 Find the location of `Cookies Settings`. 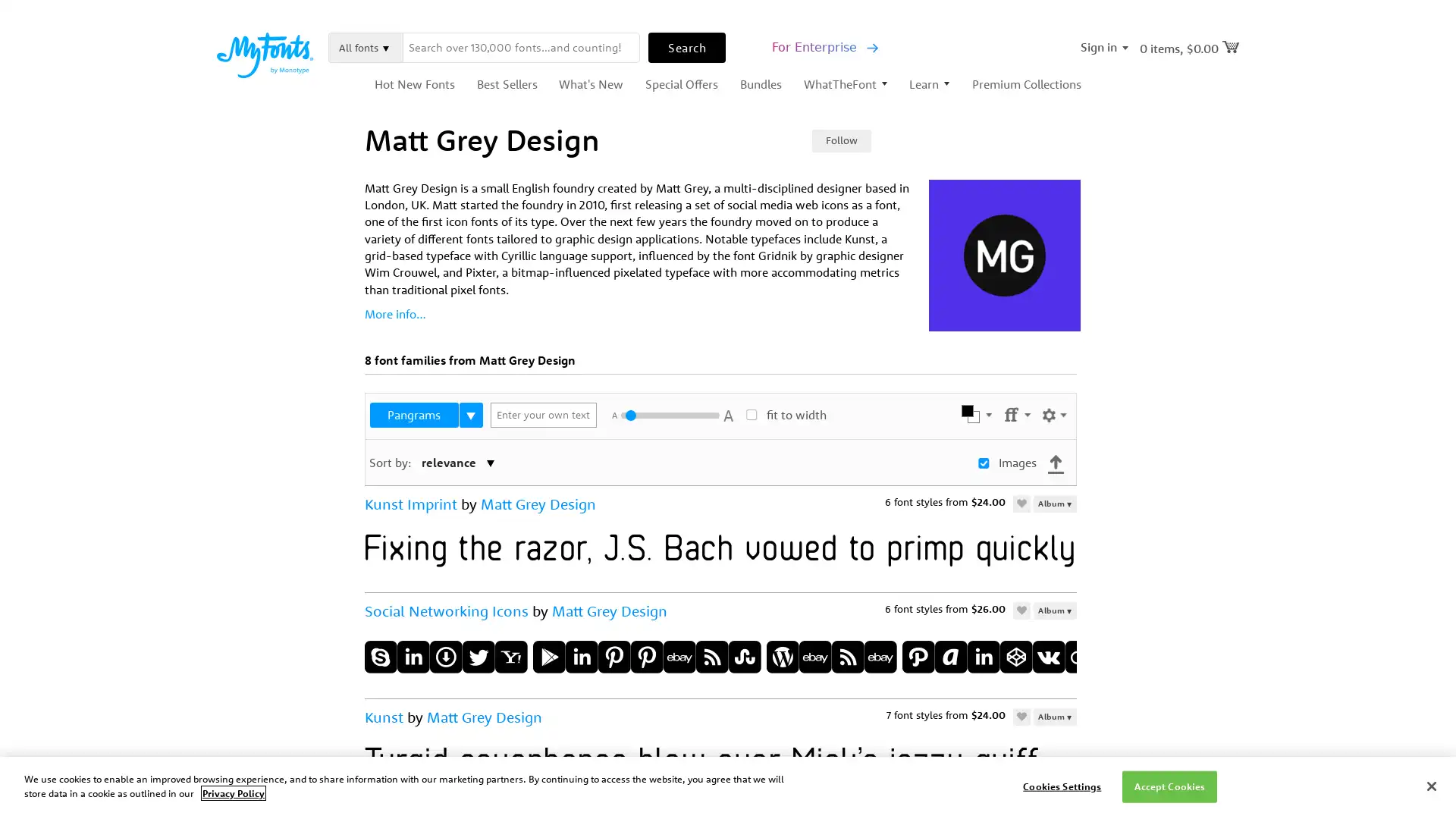

Cookies Settings is located at coordinates (1061, 786).